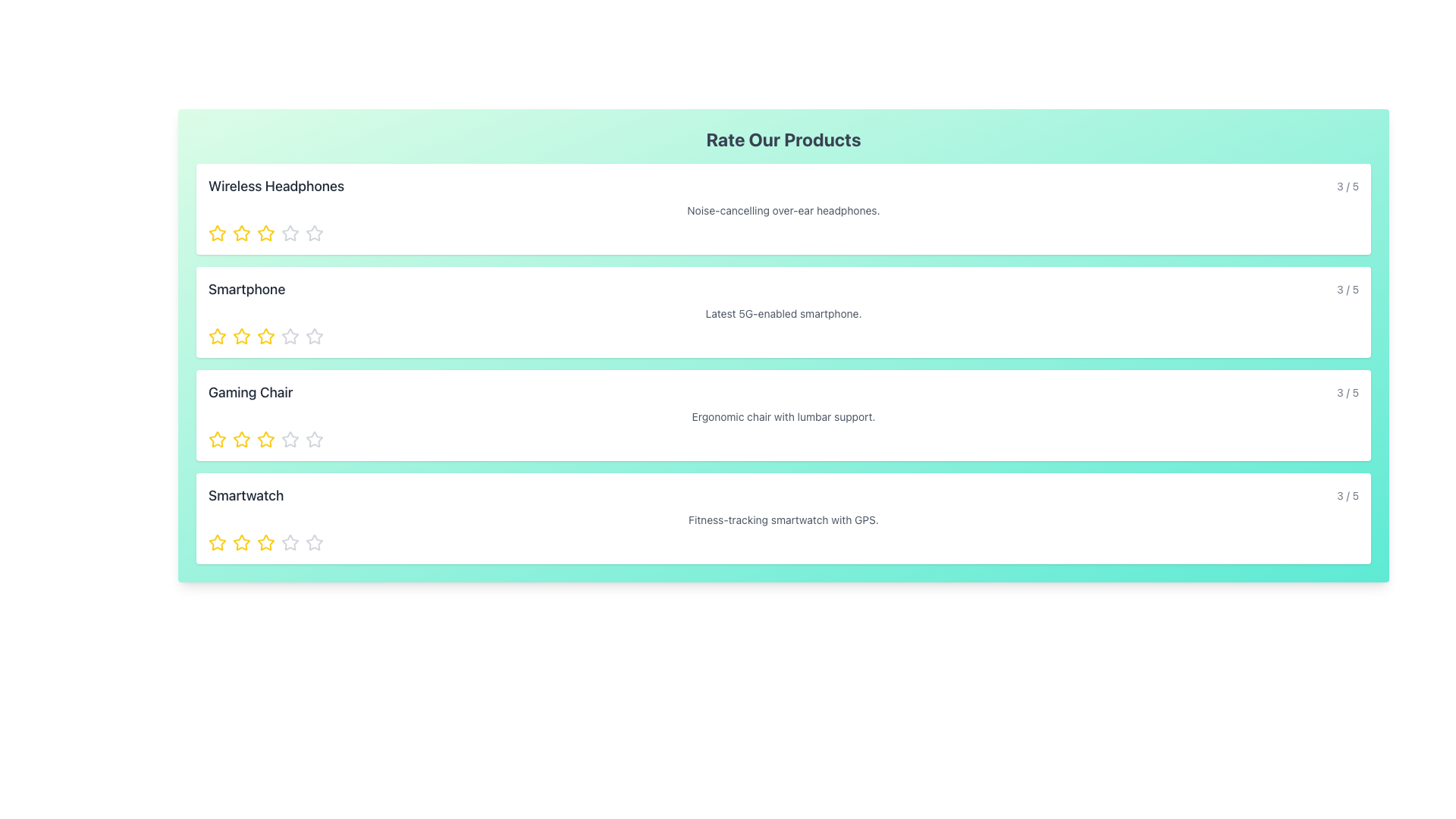  I want to click on the second yellow star icon in the rating section, so click(240, 335).